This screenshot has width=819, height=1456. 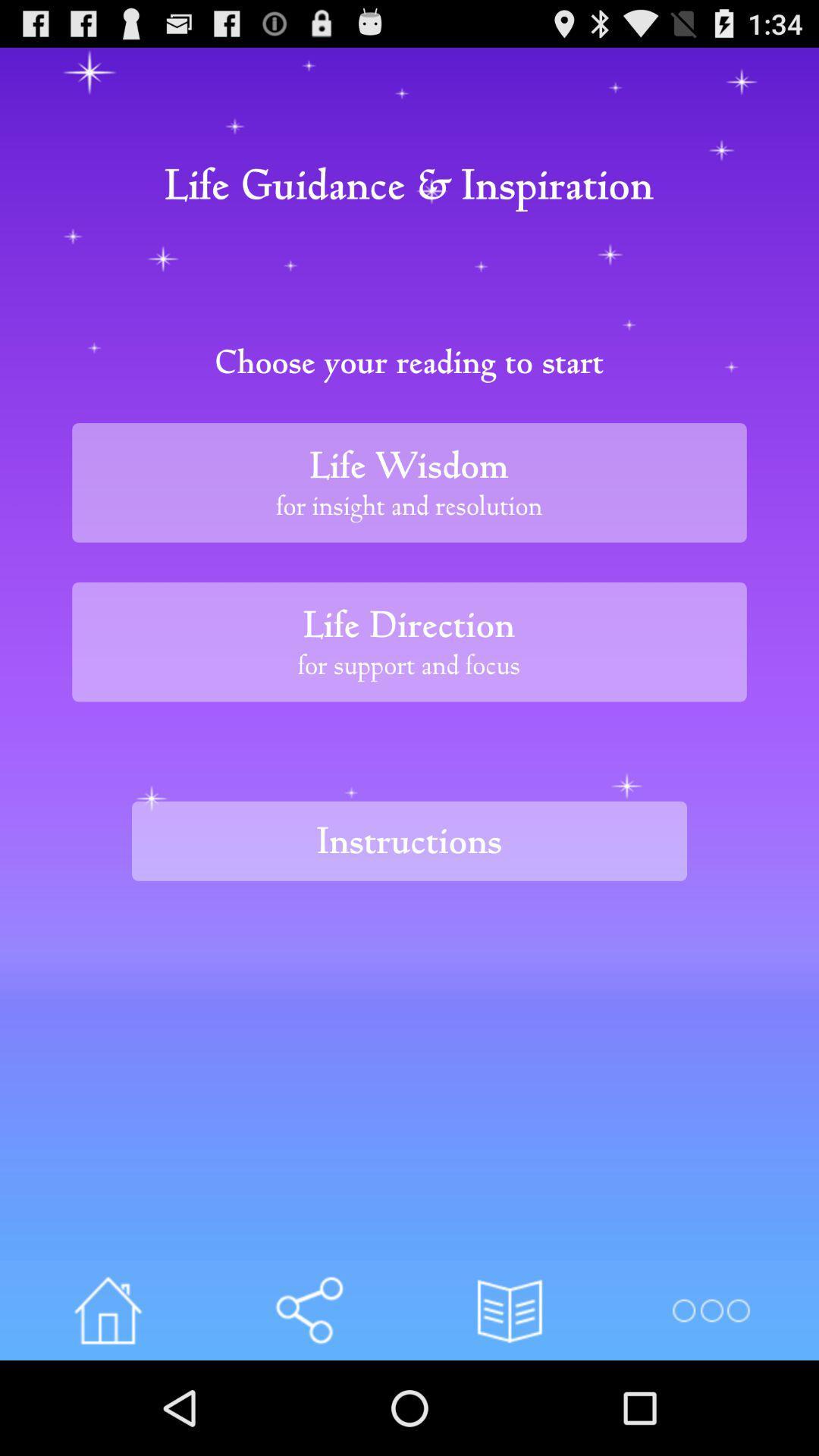 I want to click on the book icon, so click(x=510, y=1401).